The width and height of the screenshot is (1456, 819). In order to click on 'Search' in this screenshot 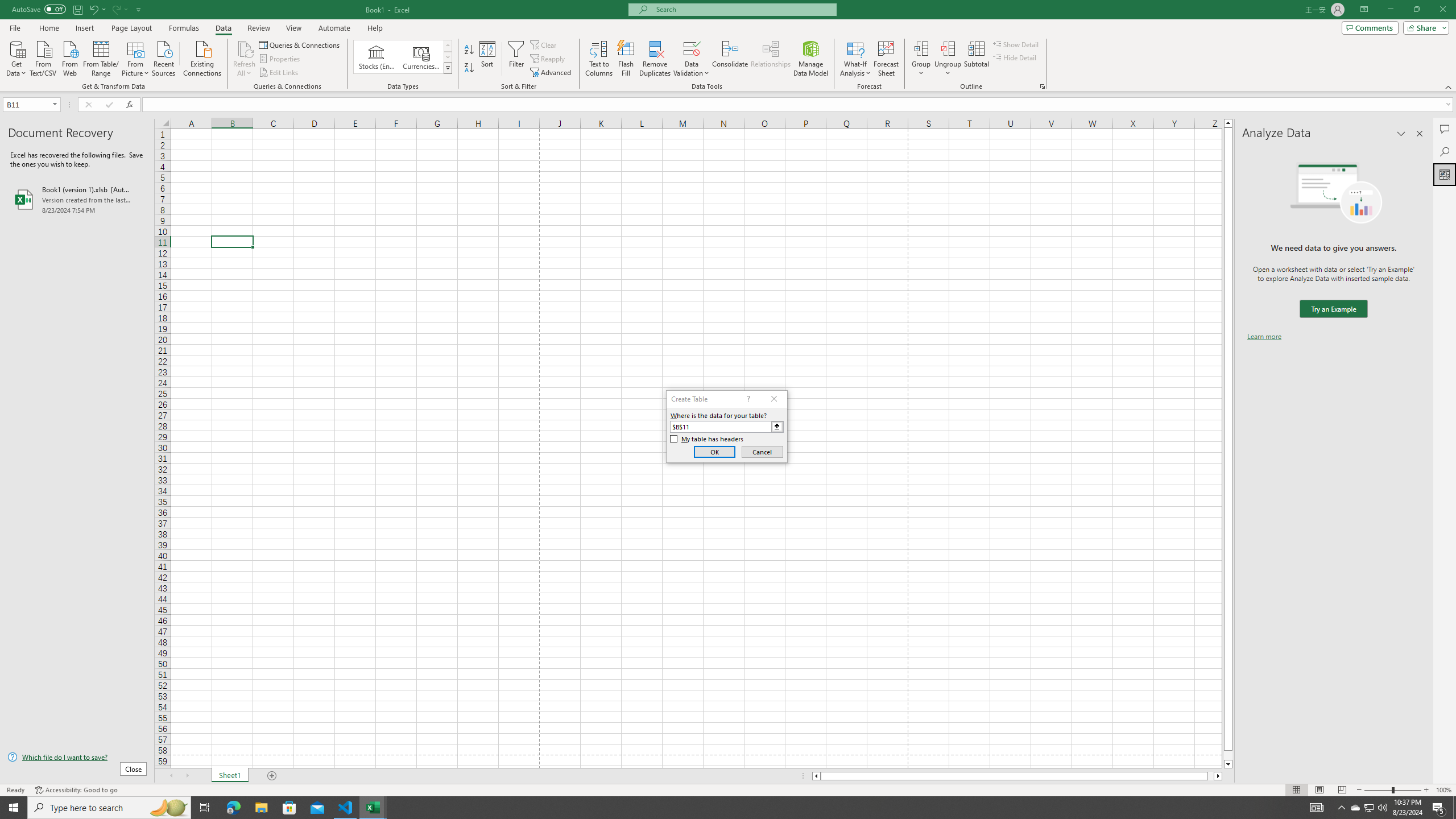, I will do `click(1444, 152)`.